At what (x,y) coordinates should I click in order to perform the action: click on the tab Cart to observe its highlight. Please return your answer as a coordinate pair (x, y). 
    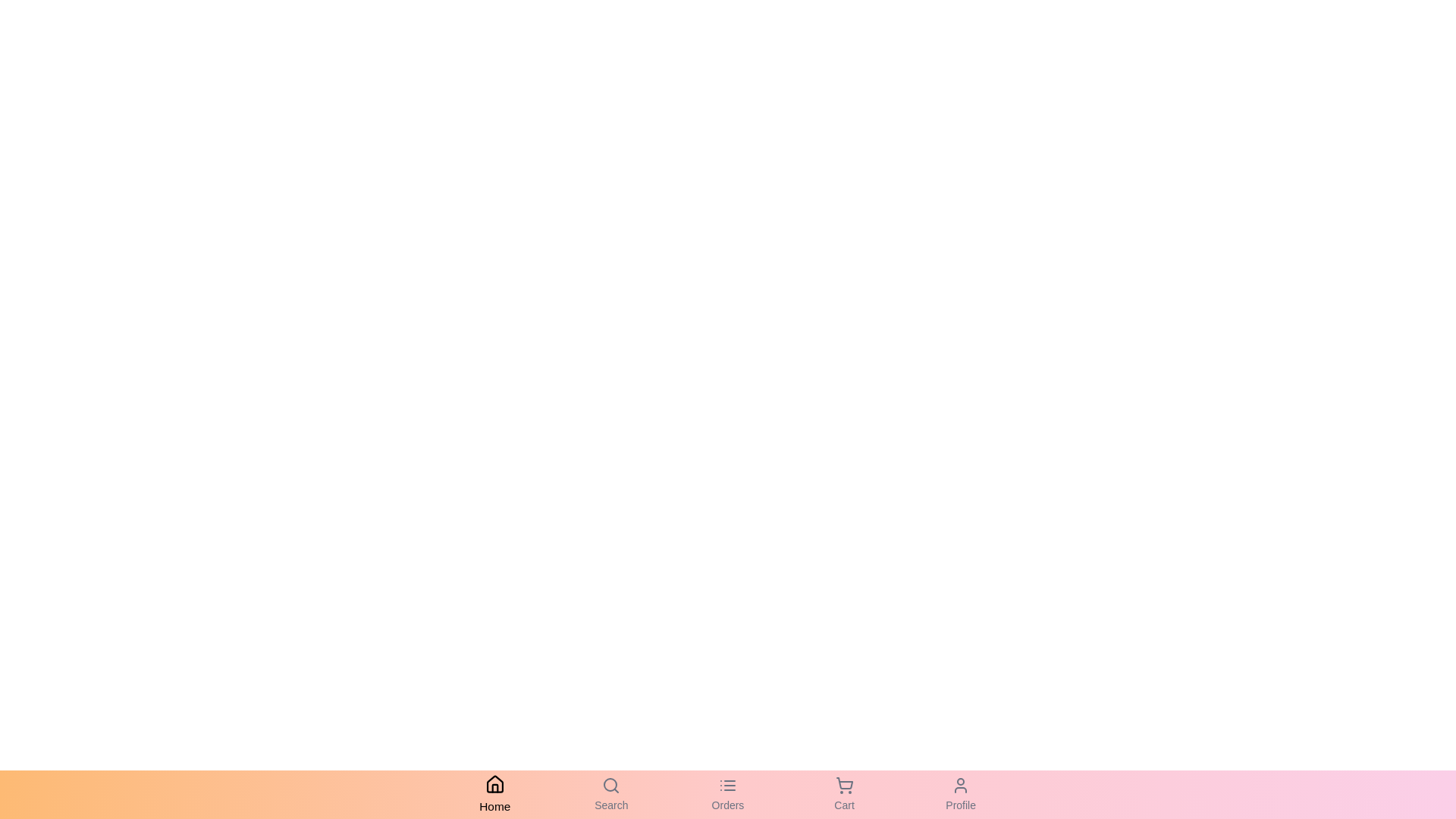
    Looking at the image, I should click on (843, 794).